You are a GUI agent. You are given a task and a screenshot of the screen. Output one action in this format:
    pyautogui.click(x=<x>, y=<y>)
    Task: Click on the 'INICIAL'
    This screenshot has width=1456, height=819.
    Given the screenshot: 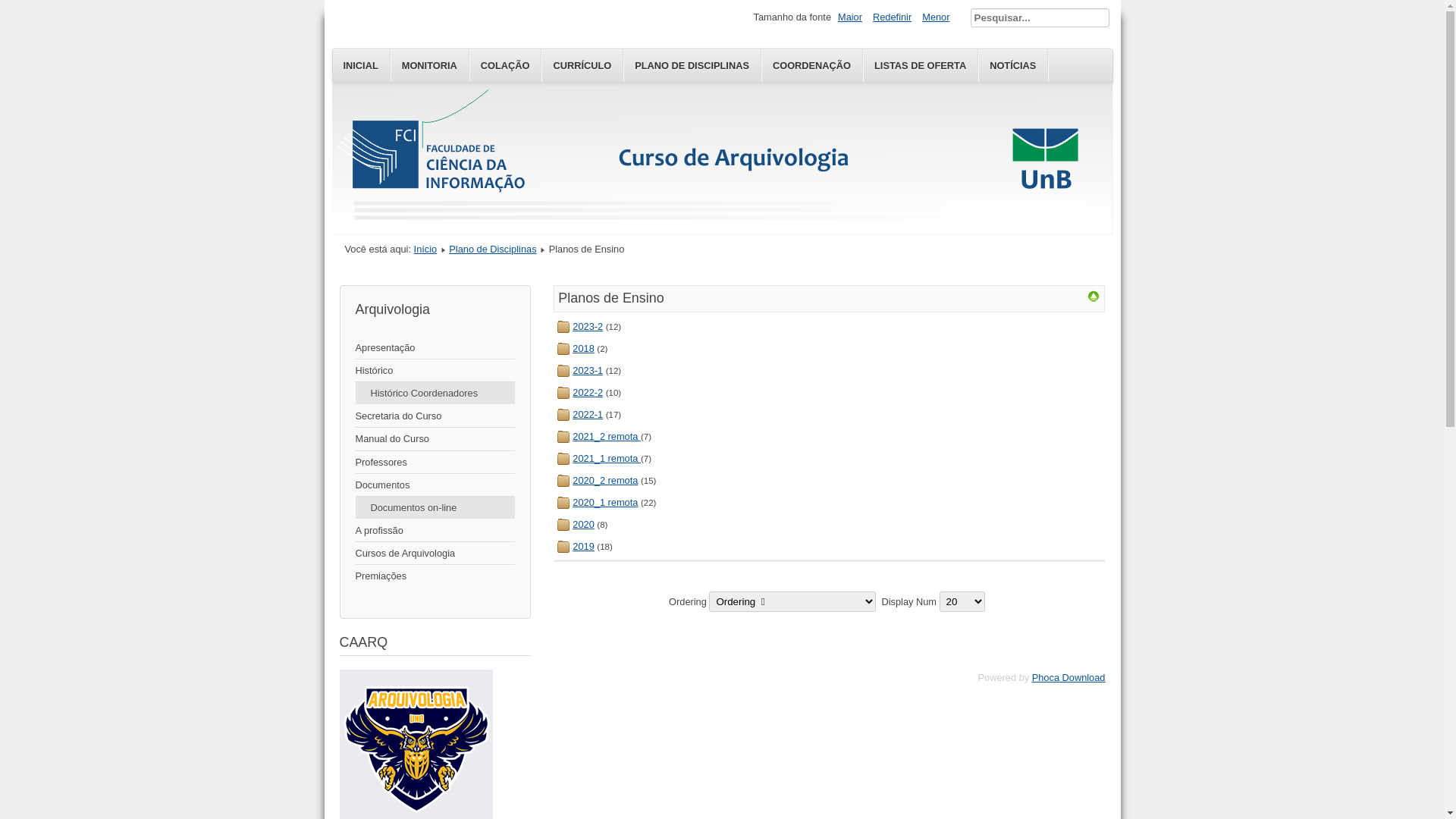 What is the action you would take?
    pyautogui.click(x=360, y=64)
    